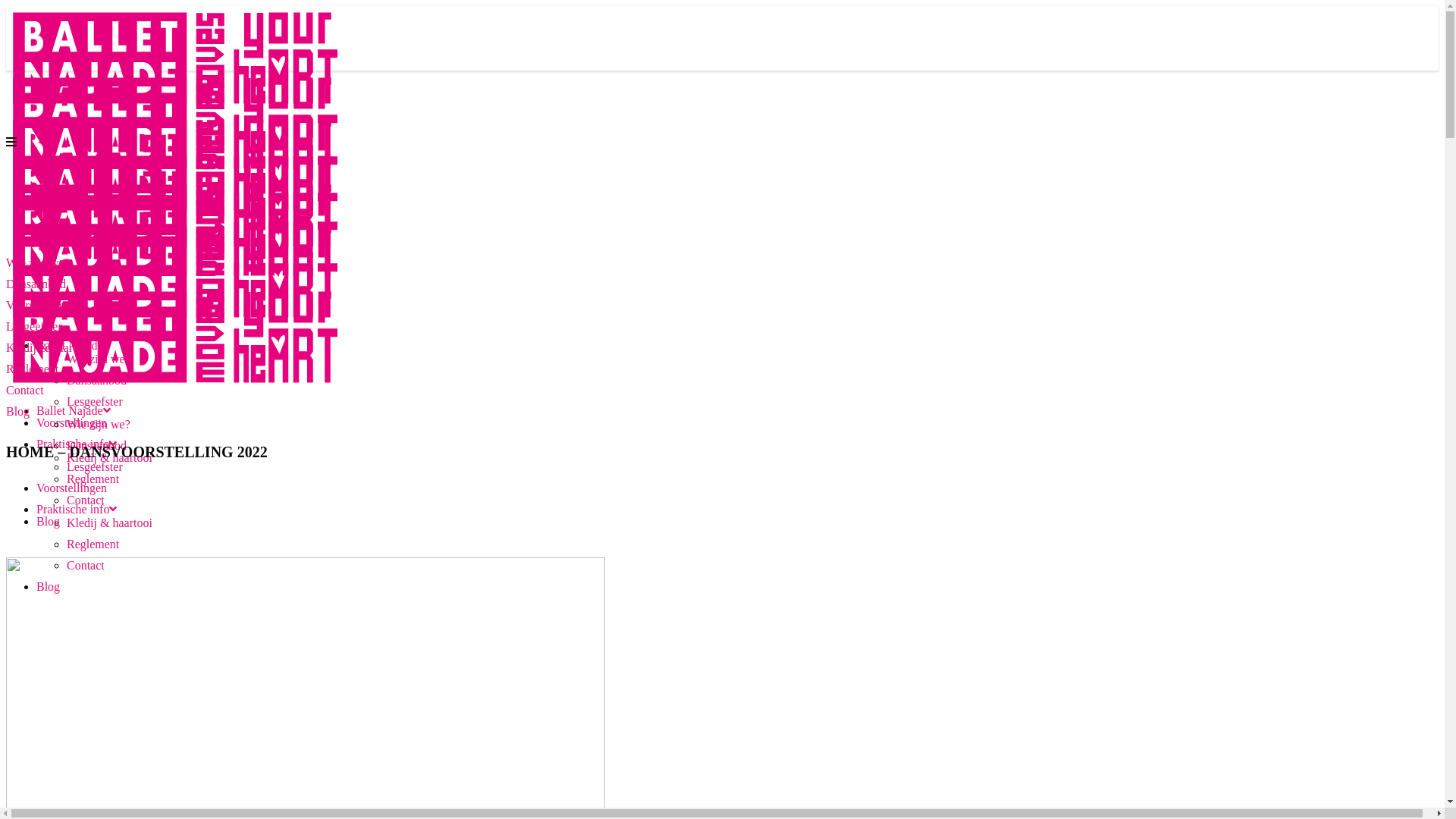 The image size is (1456, 819). I want to click on 'Praktische info', so click(75, 509).